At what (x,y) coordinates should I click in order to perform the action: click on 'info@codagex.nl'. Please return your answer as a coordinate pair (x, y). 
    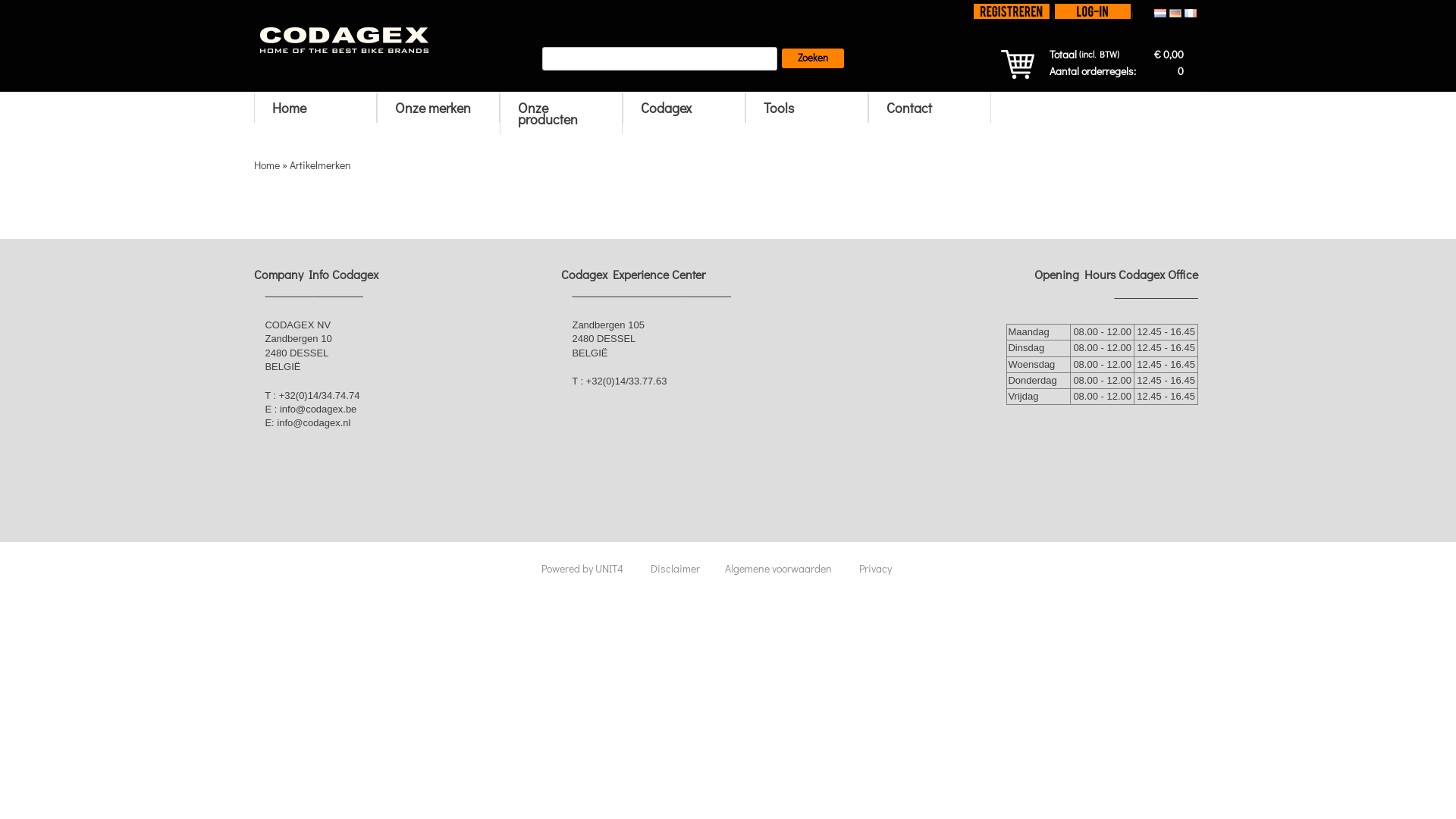
    Looking at the image, I should click on (312, 422).